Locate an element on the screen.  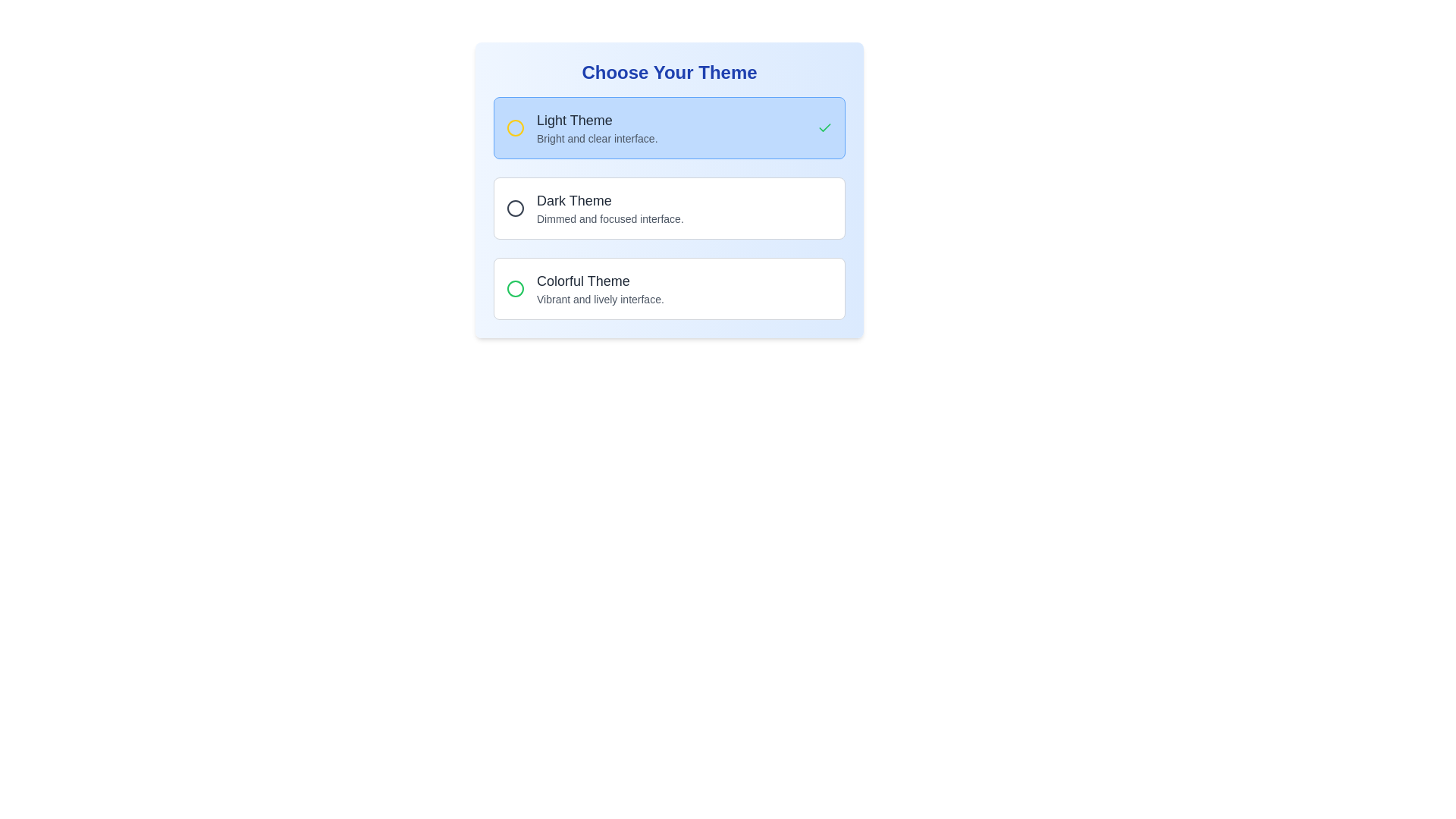
the third selectable theme option for customizing the application's interface appearance, positioned below the 'Dark Theme' option is located at coordinates (600, 289).